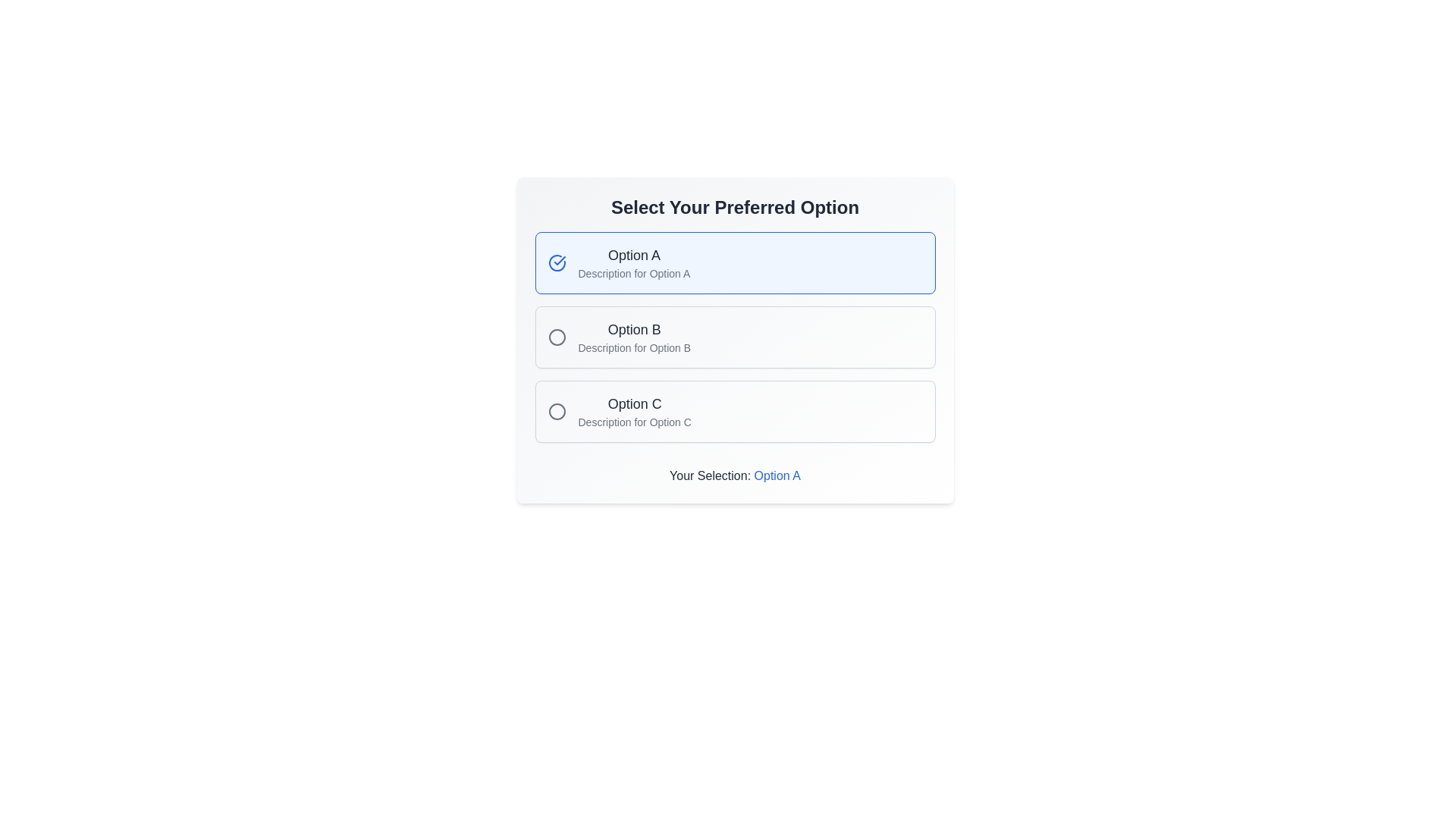 The image size is (1456, 819). I want to click on information from the static text label that reads 'Description for Option C', which is positioned below the 'Option C' label in the third option block, so click(635, 422).